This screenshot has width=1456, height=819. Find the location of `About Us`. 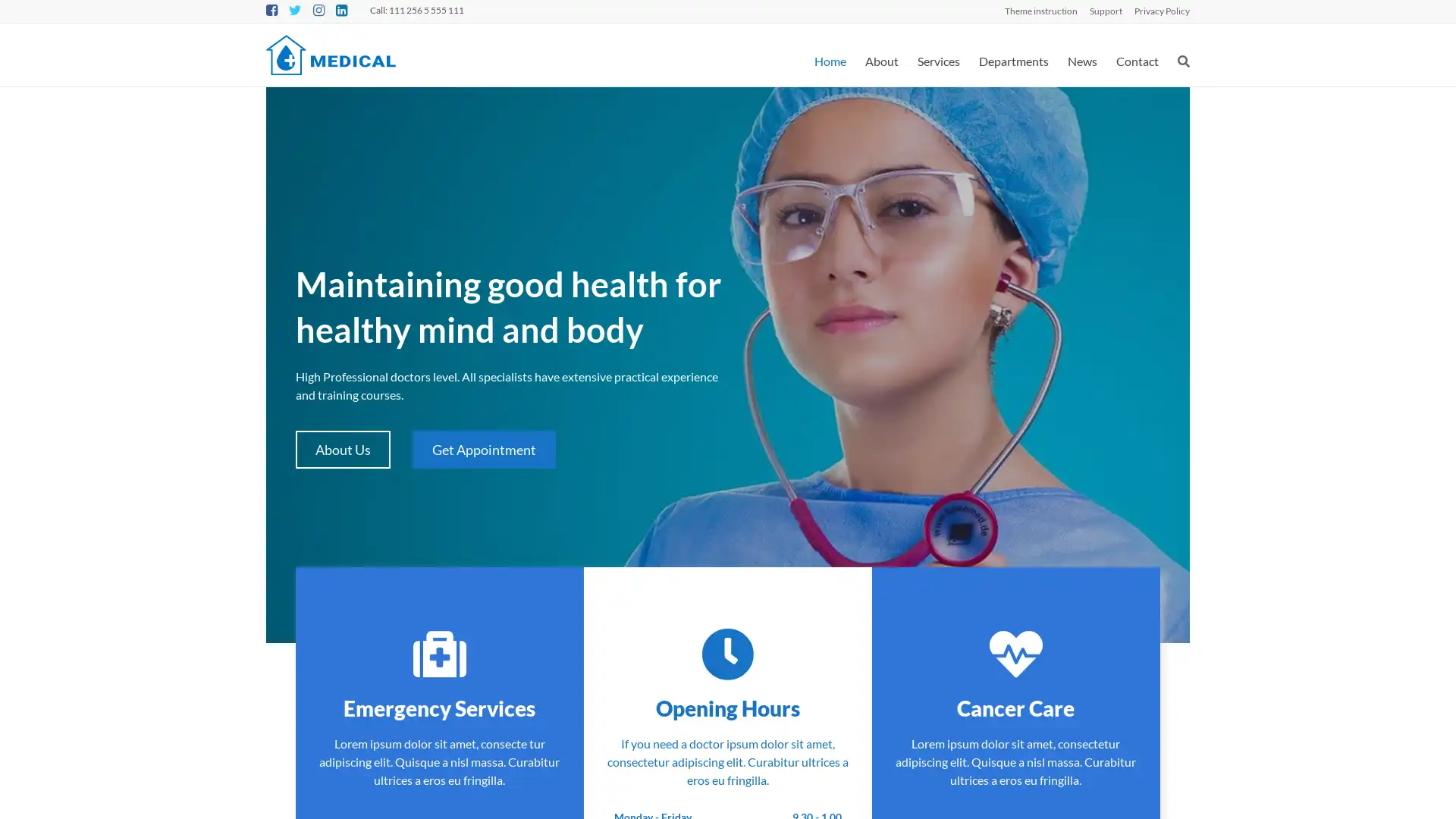

About Us is located at coordinates (342, 449).